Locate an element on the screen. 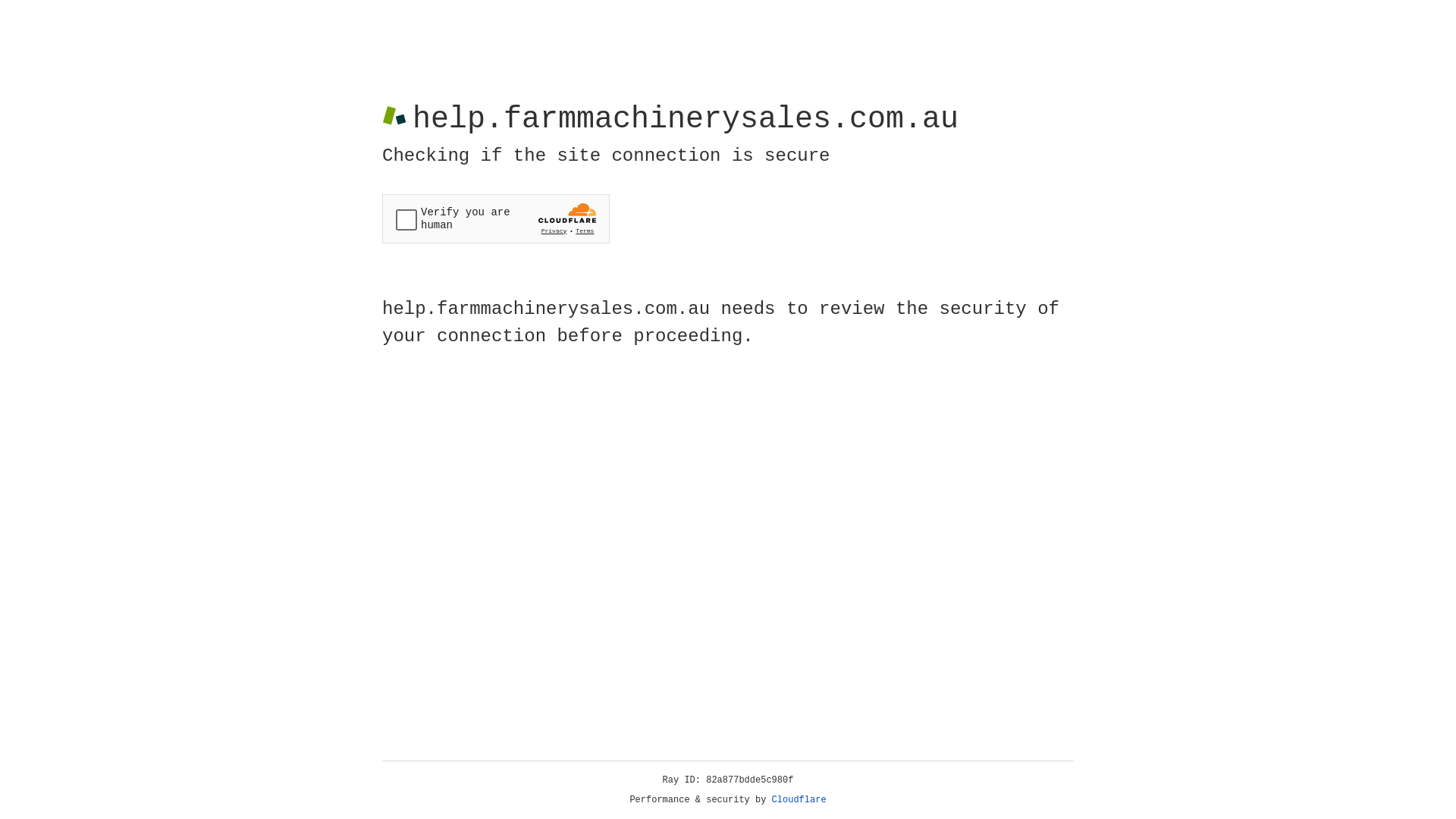 The width and height of the screenshot is (1456, 819). 'Cloudflare' is located at coordinates (799, 799).